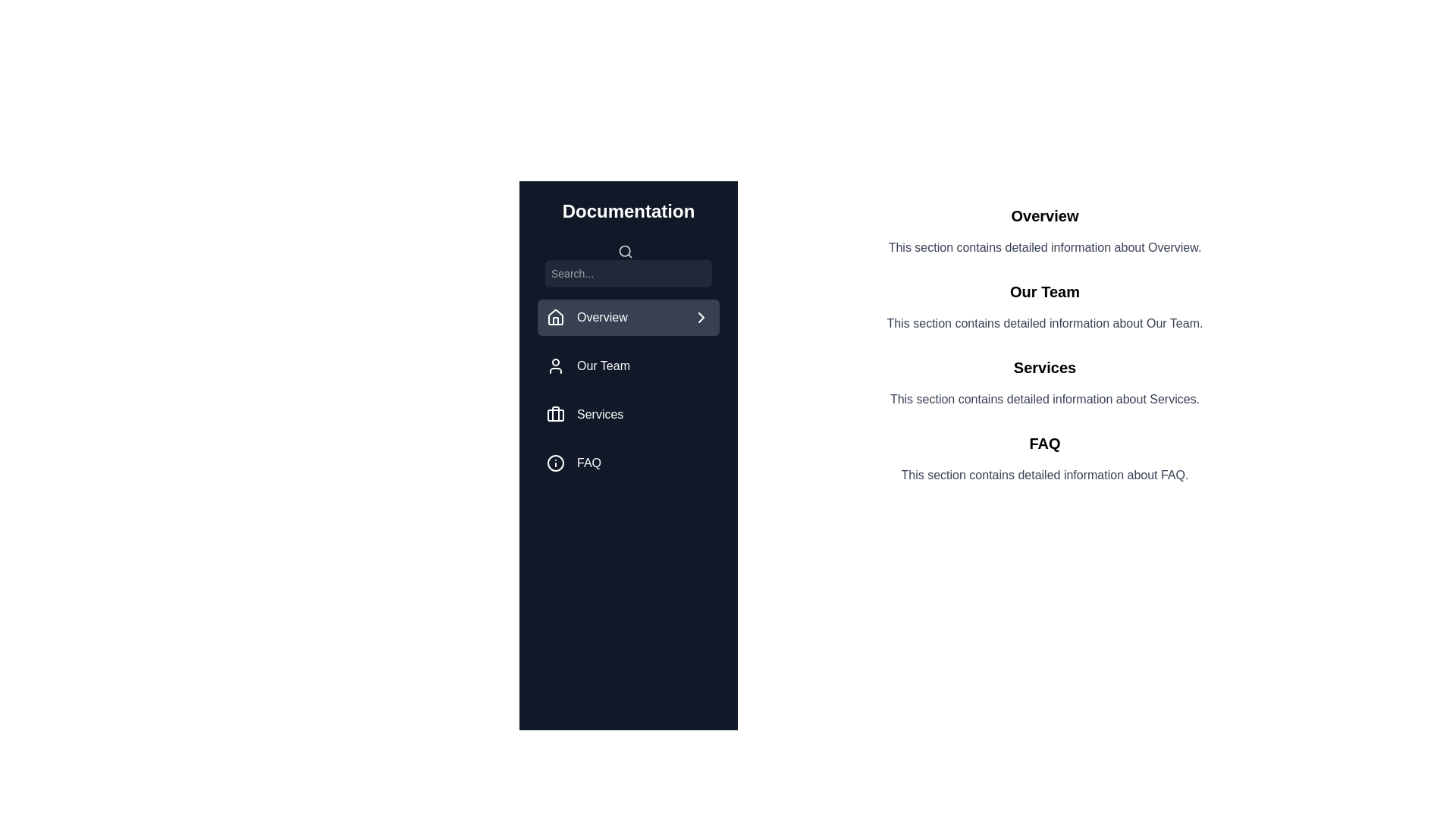  Describe the element at coordinates (555, 415) in the screenshot. I see `briefcase icon located to the left of the 'Services' label in the sidebar menu for details` at that location.